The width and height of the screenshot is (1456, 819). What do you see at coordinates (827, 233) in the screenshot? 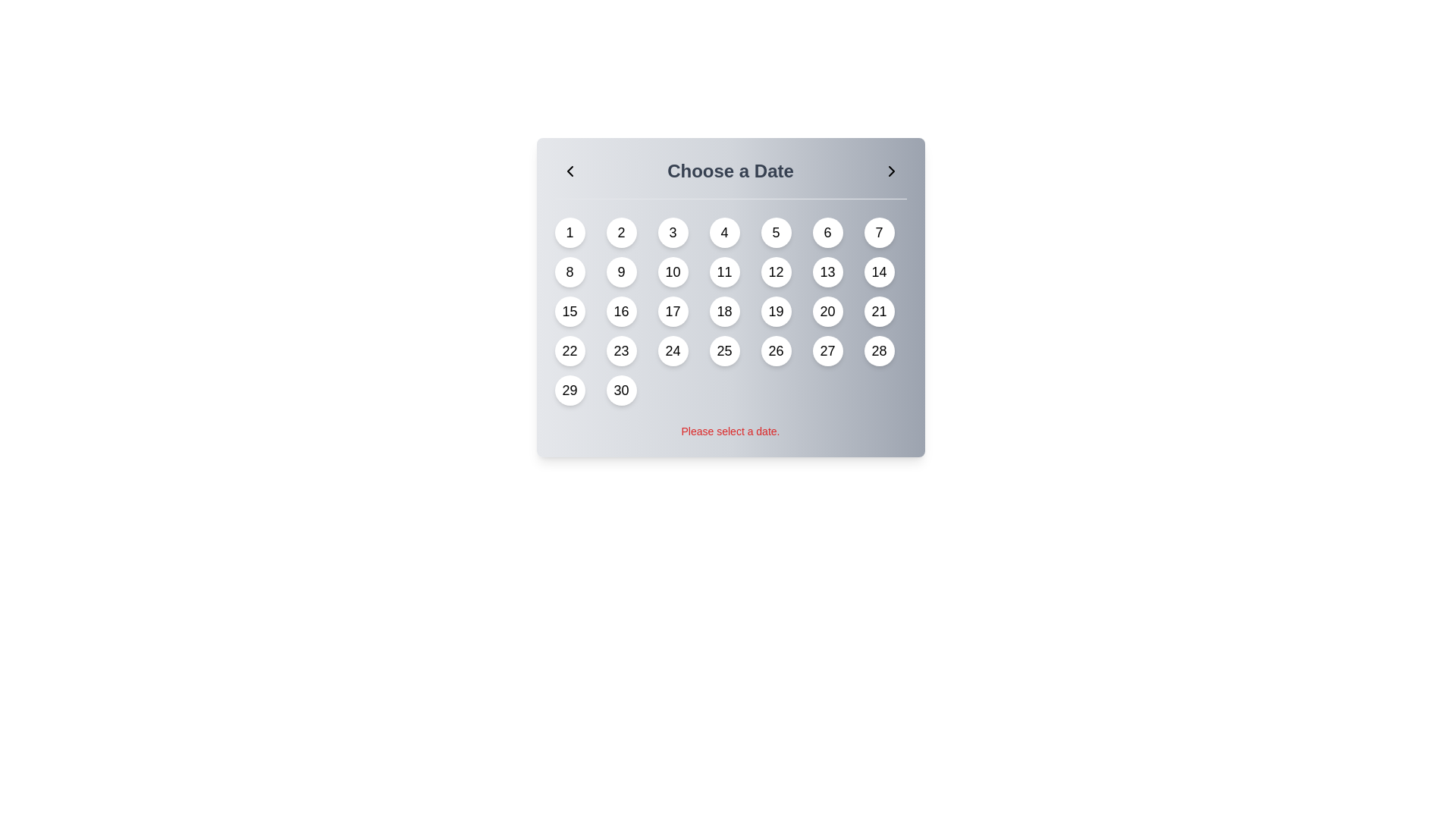
I see `the circular button in the first row, sixth column of the calendar` at bounding box center [827, 233].